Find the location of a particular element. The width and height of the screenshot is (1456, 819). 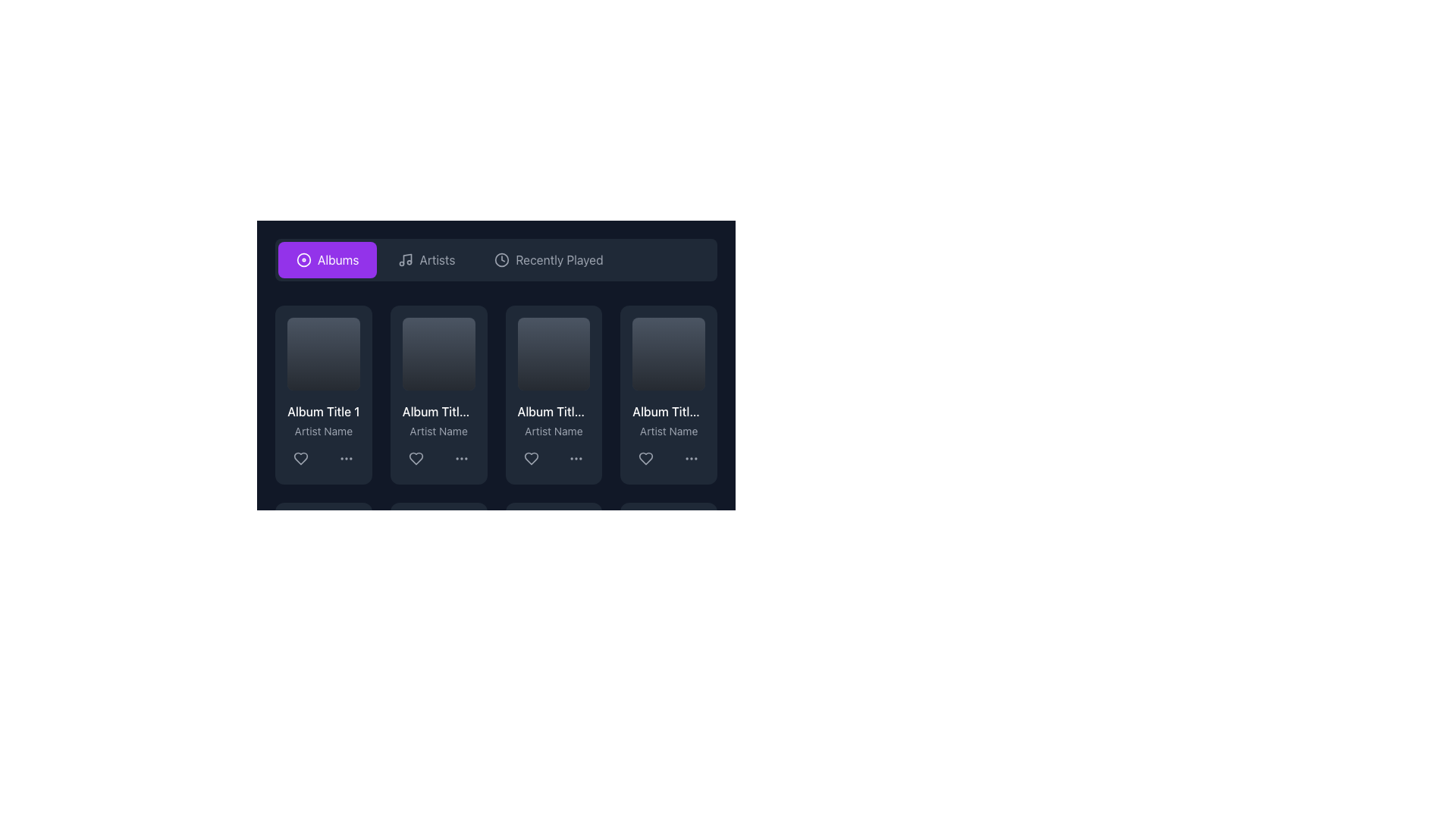

the text label displaying 'Album Title 4', which is styled in white font and located at the bottom of the fourth album card in the horizontal list layout is located at coordinates (668, 411).